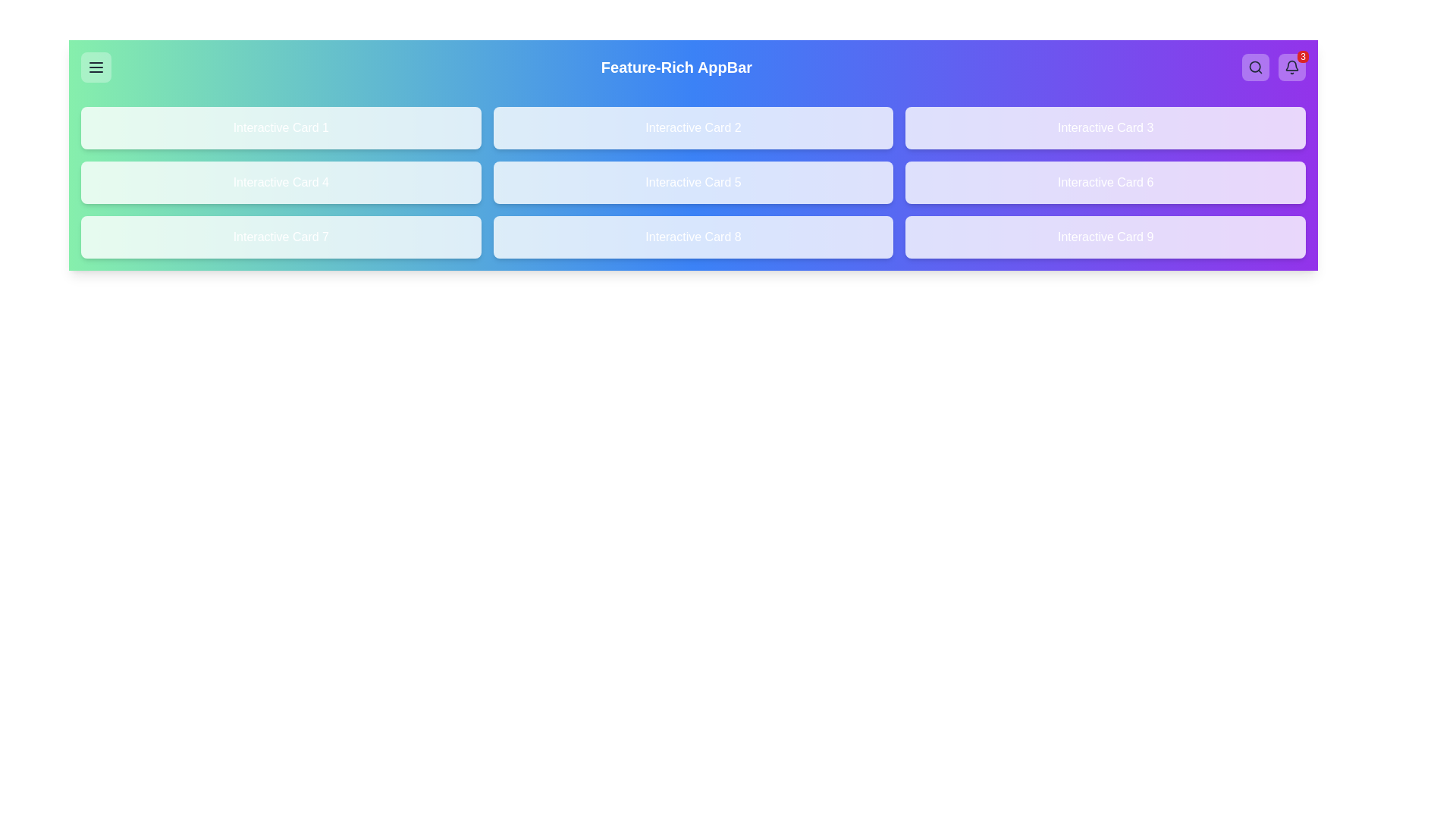 Image resolution: width=1456 pixels, height=819 pixels. I want to click on the menu button to open the sidebar menu, so click(95, 66).